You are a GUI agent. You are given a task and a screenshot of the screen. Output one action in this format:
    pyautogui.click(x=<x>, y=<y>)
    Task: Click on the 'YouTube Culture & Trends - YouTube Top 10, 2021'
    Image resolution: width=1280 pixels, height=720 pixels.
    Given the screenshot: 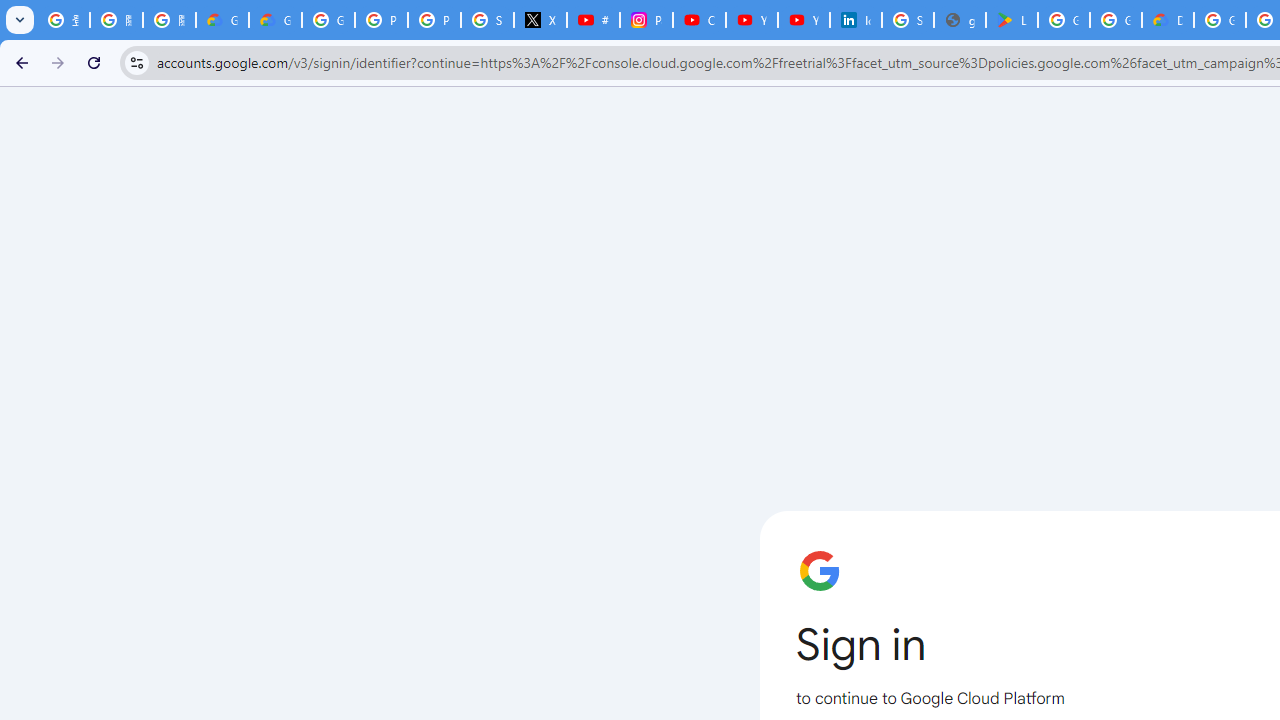 What is the action you would take?
    pyautogui.click(x=803, y=20)
    